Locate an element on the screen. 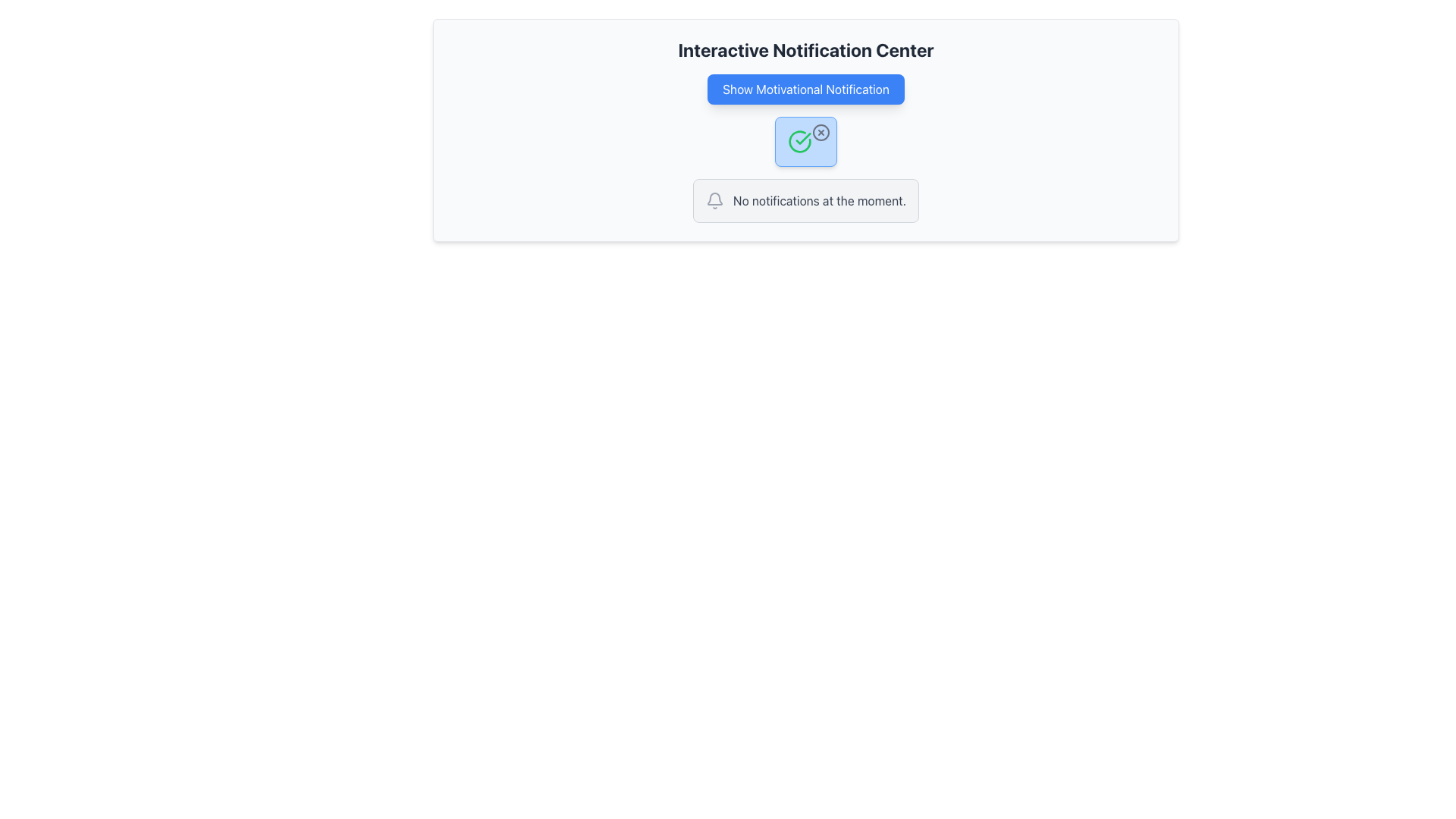 The height and width of the screenshot is (819, 1456). the static informational notification box that displays 'No notifications at the moment.' with a light gray background and a thin border, positioned centrally below the header 'Interactive Notification Center' is located at coordinates (805, 200).